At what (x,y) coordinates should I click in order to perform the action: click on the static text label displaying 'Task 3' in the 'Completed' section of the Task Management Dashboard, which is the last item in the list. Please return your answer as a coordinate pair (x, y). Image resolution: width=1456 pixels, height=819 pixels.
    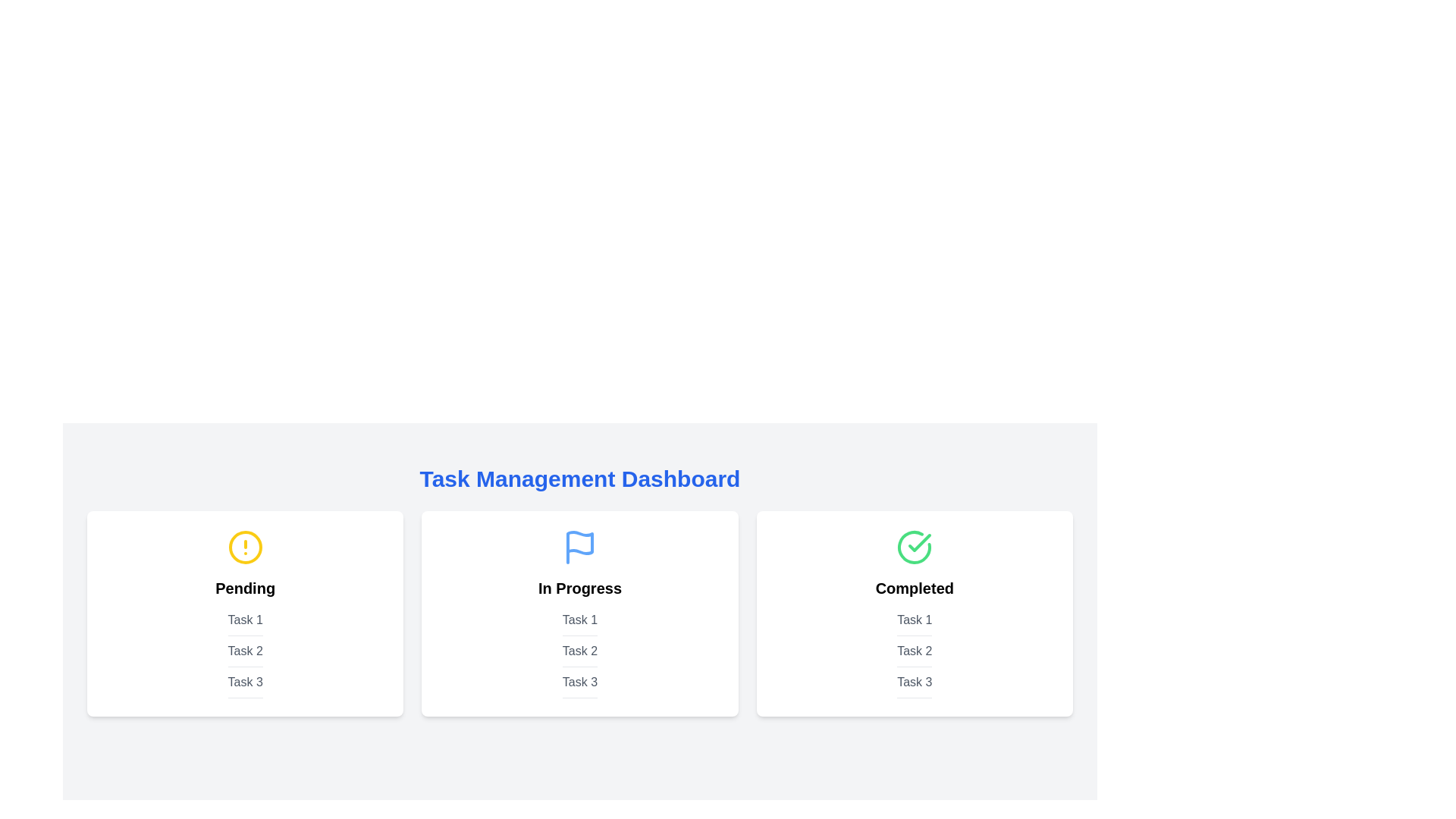
    Looking at the image, I should click on (914, 686).